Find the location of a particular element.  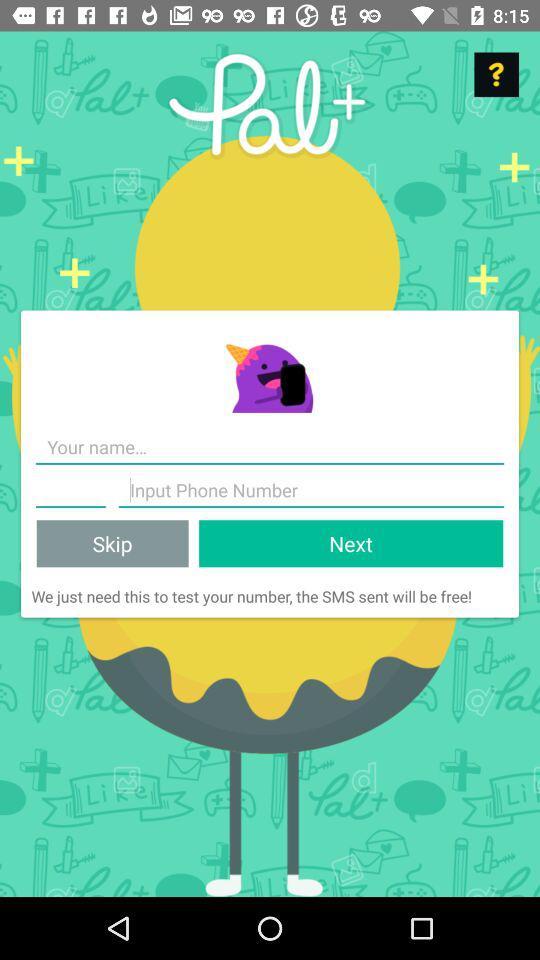

next is located at coordinates (350, 543).